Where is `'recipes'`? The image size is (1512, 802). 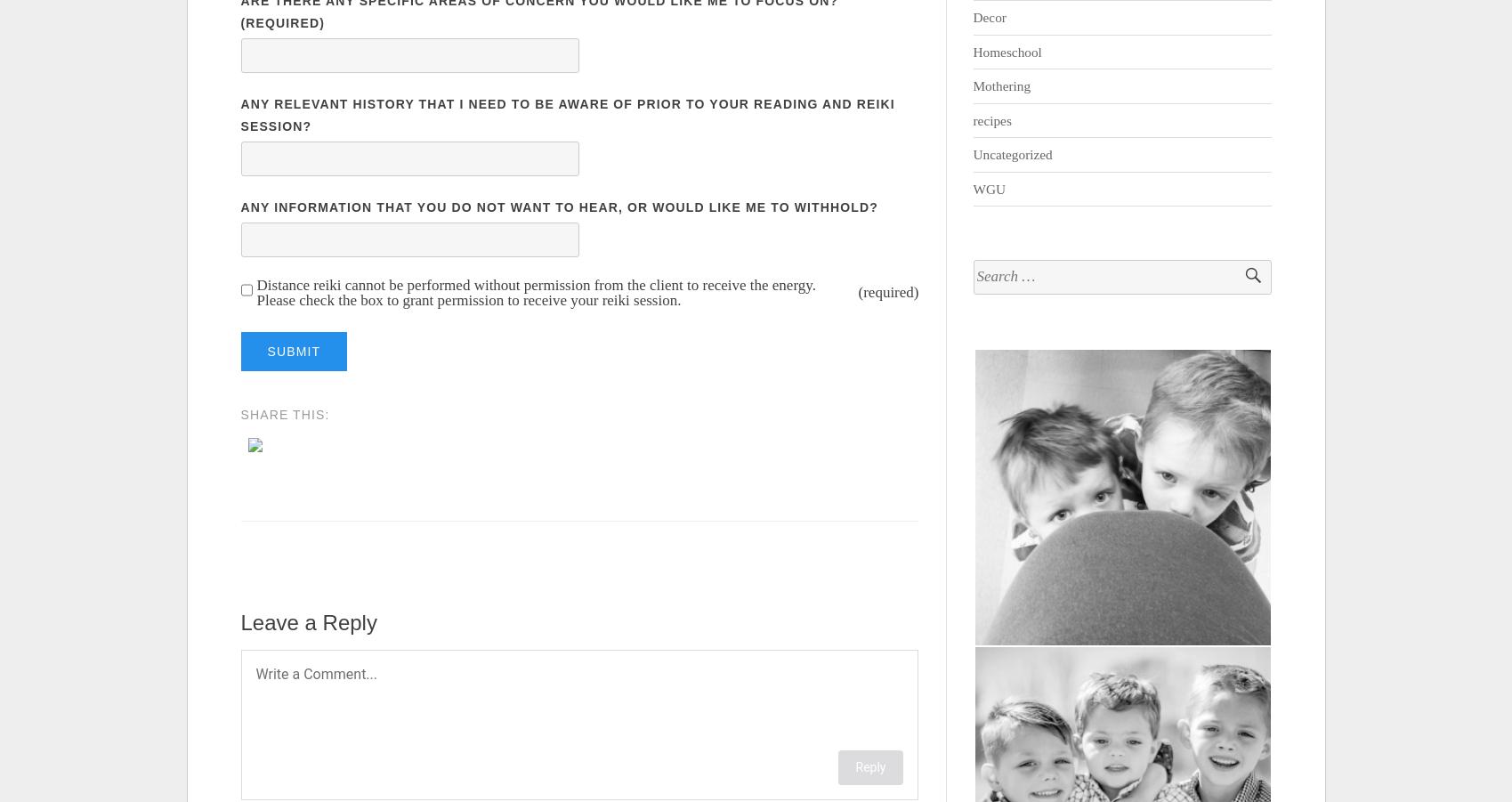 'recipes' is located at coordinates (990, 119).